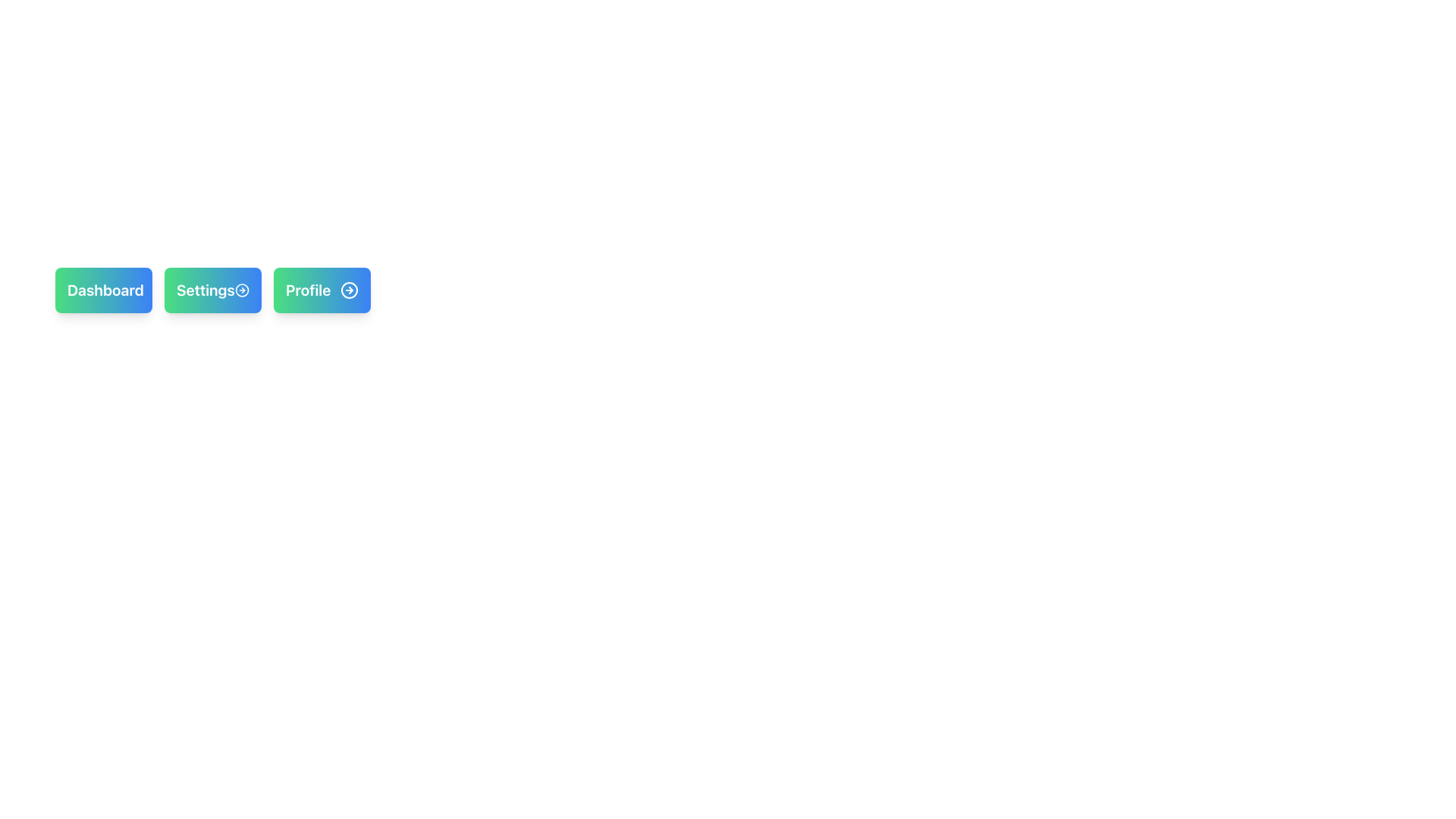 The width and height of the screenshot is (1456, 819). I want to click on the decorative boundary circle of the 'Profile' button, which is the outermost circle of the icon located on the rightmost side among the buttons 'Dashboard', 'Settings', and 'Profile', so click(348, 290).